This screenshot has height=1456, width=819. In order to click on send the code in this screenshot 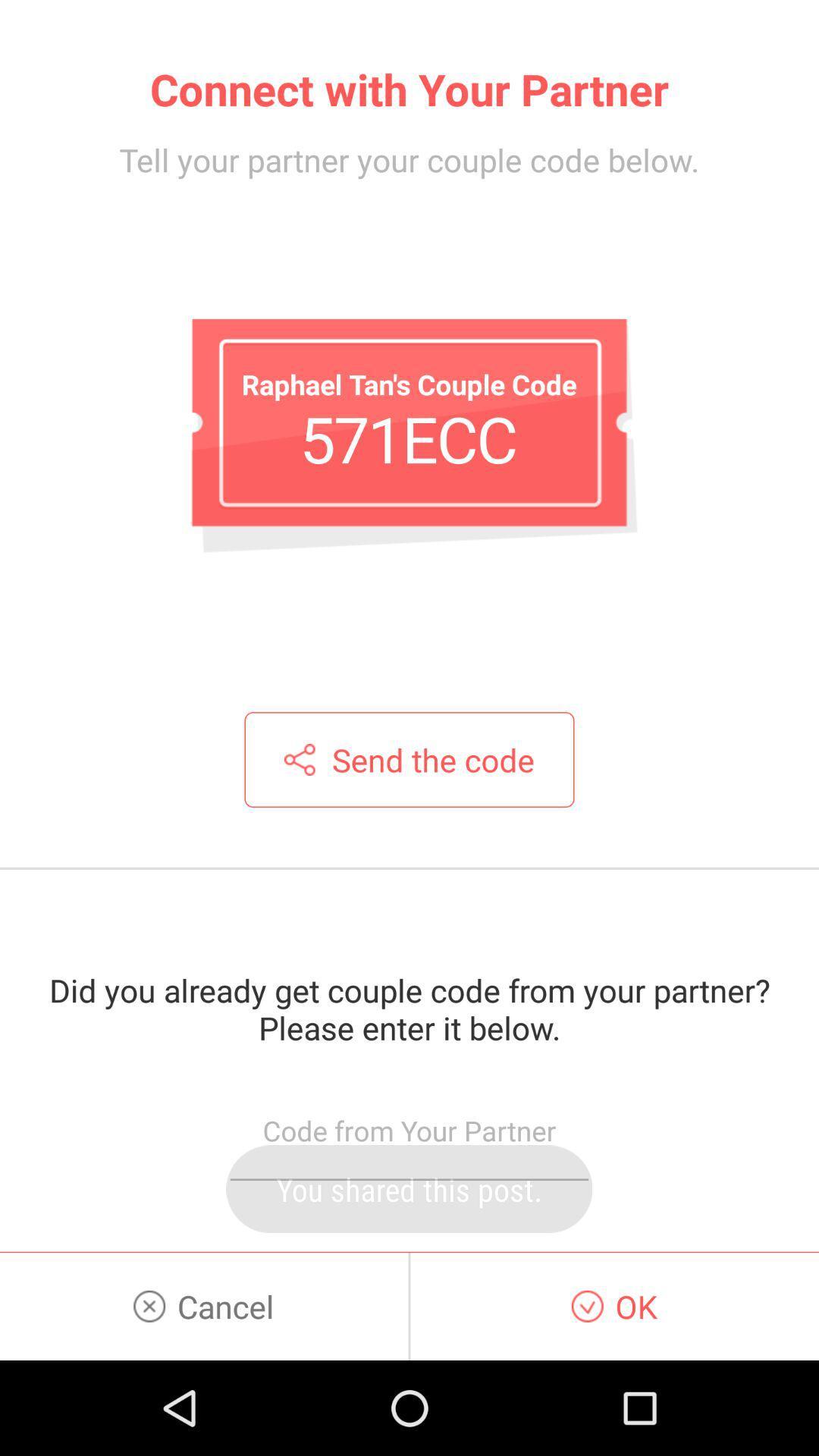, I will do `click(409, 760)`.